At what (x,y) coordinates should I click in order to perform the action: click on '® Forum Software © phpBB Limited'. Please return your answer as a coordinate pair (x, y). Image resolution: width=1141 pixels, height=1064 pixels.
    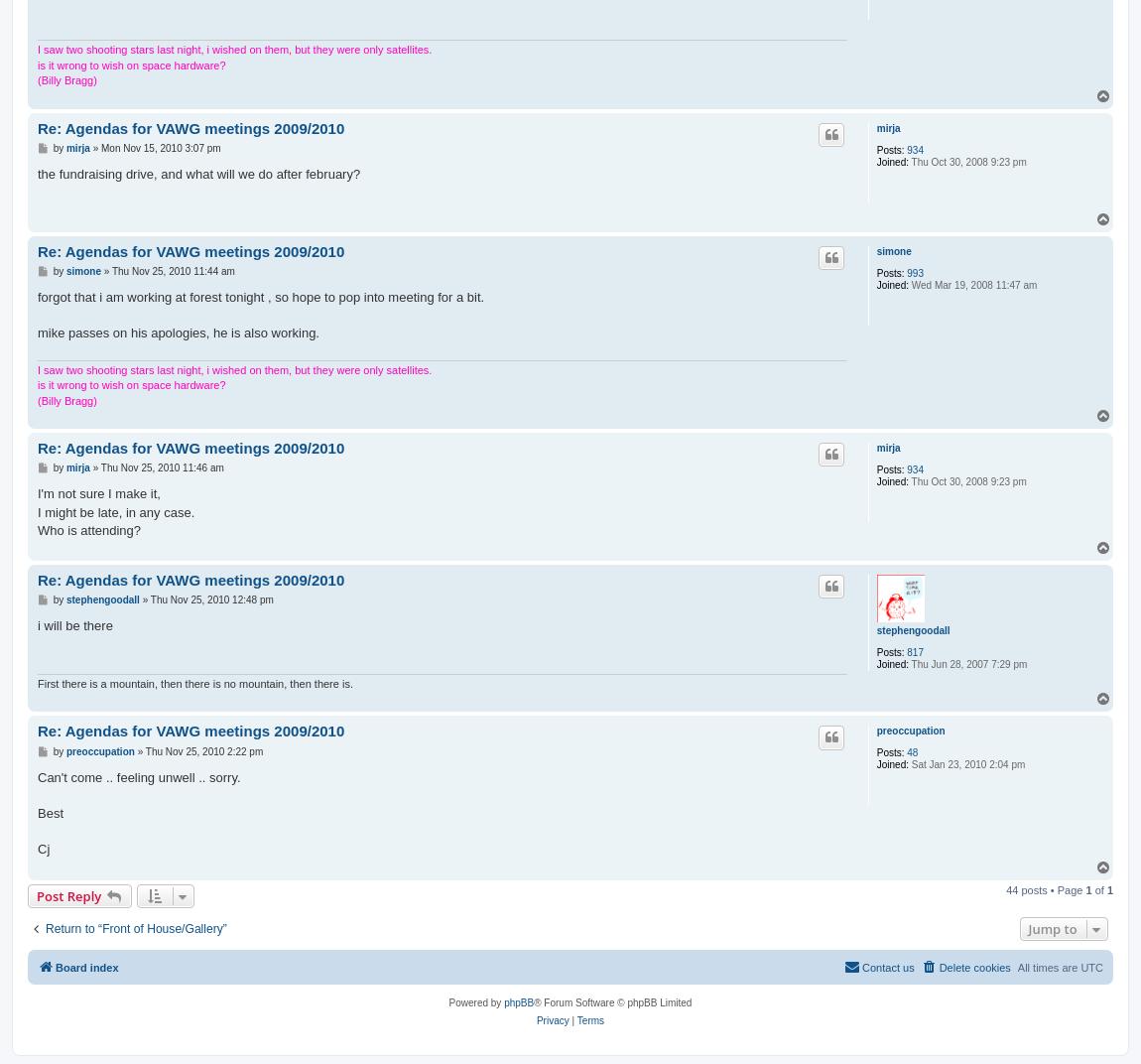
    Looking at the image, I should click on (611, 1002).